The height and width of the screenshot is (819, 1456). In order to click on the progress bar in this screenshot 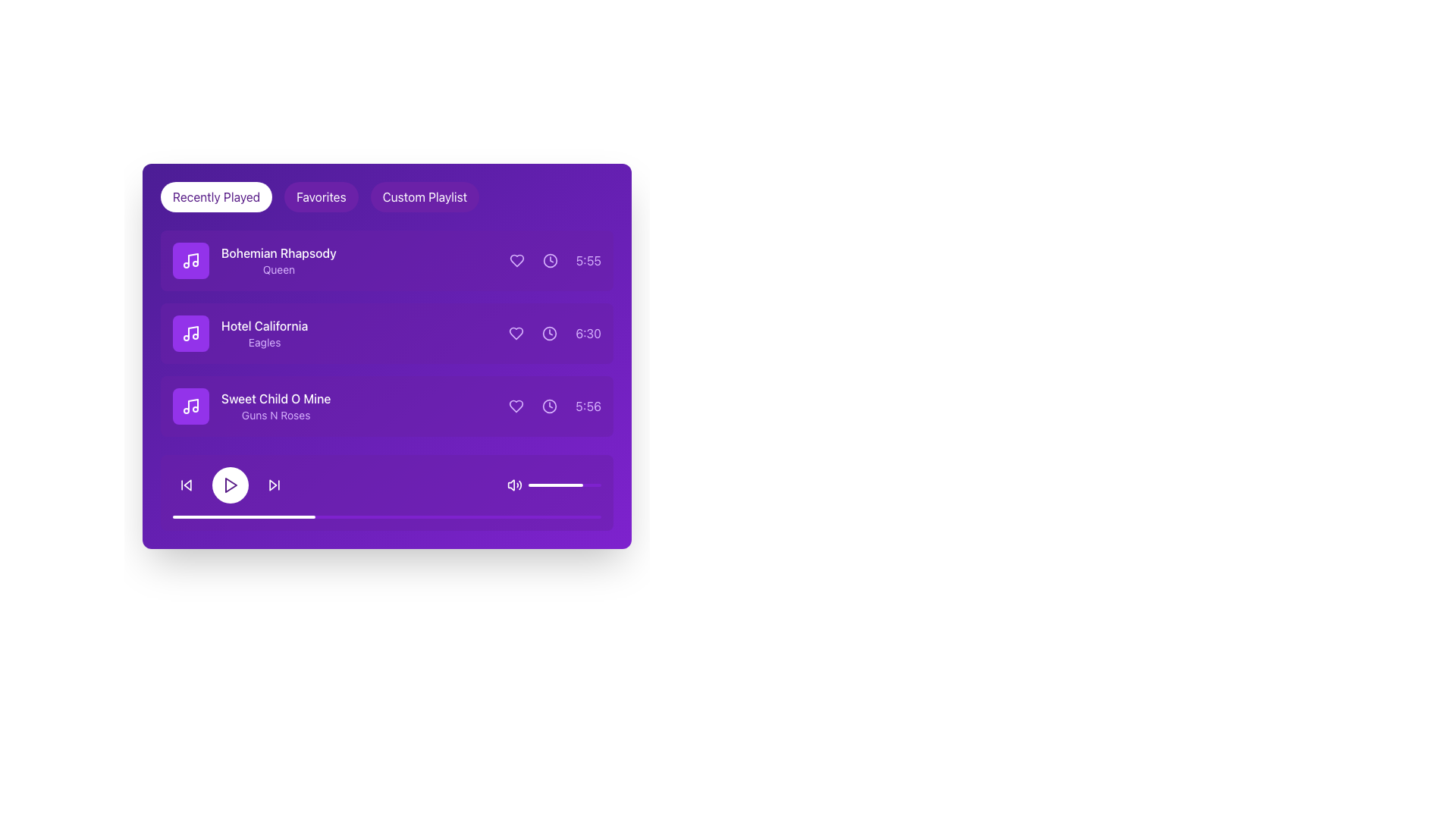, I will do `click(313, 516)`.